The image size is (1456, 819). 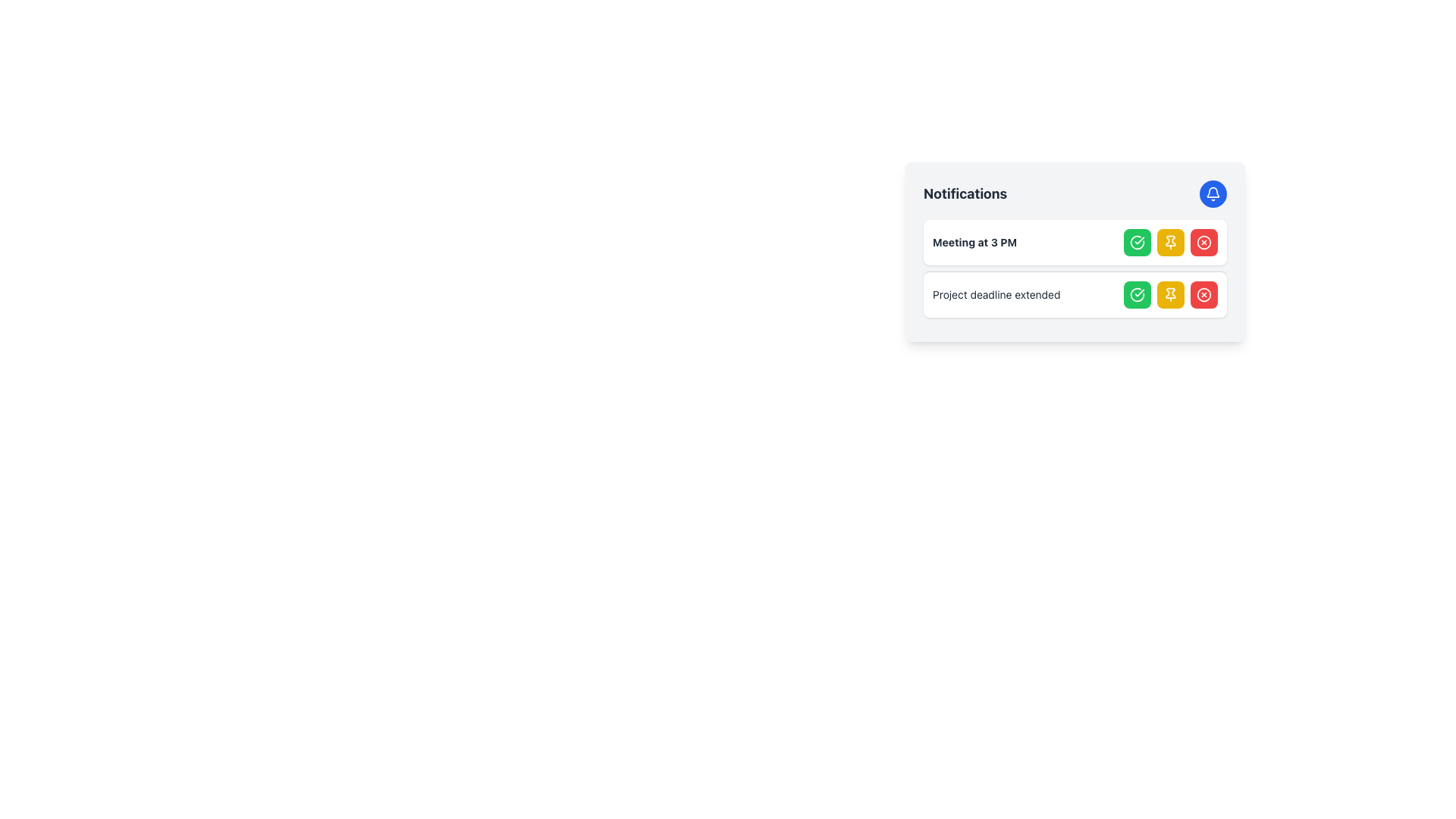 What do you see at coordinates (1203, 242) in the screenshot?
I see `the rightmost icon in the red interactive area associated with the second notification in the vertically arranged notification list` at bounding box center [1203, 242].